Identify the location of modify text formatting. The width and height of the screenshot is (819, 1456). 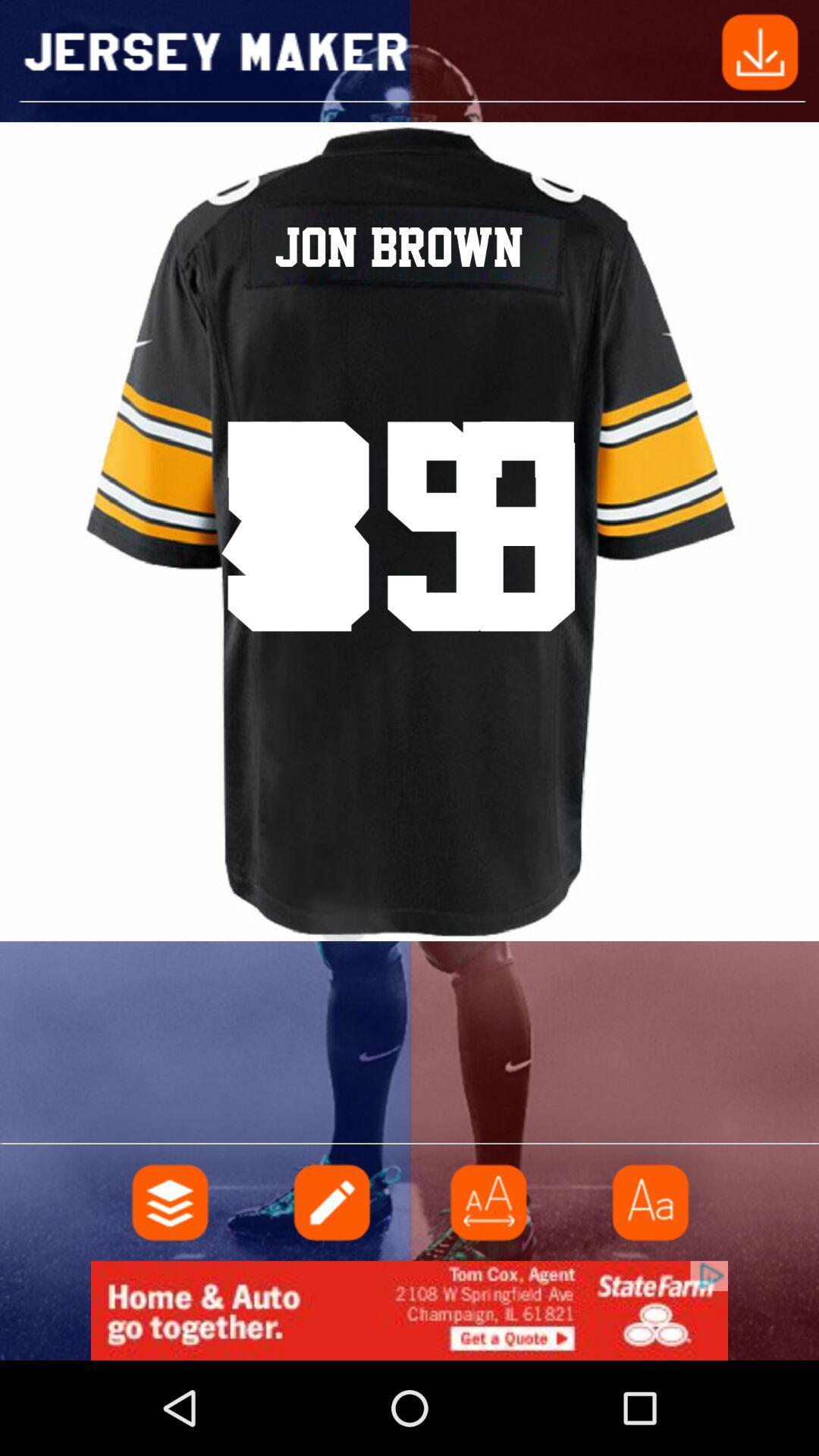
(648, 1201).